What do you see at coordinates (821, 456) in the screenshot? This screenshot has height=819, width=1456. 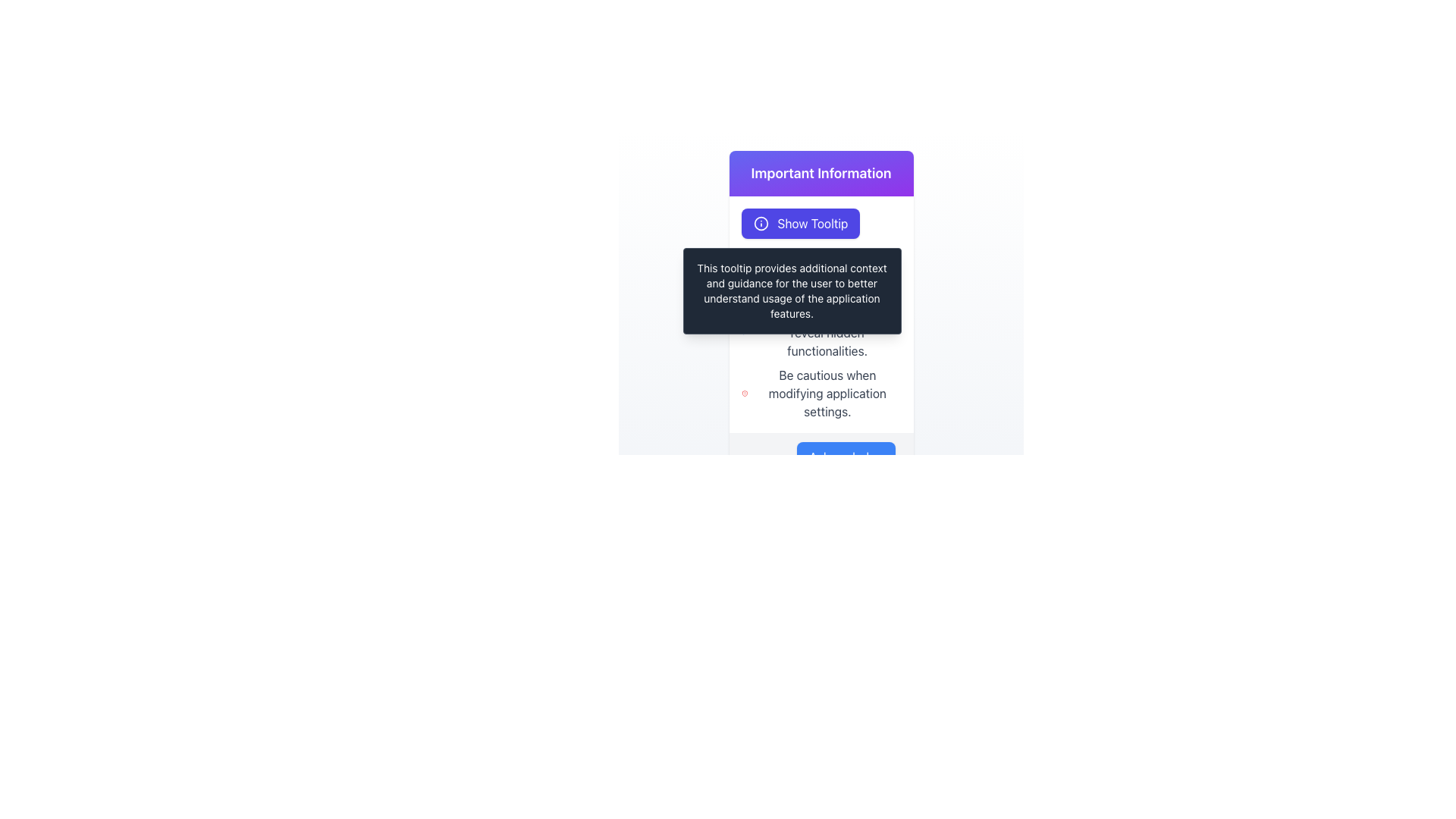 I see `the 'Acknowledge' button, which is a rectangular button with a blue background and white text, located at the bottom of the 'Important Information' section` at bounding box center [821, 456].